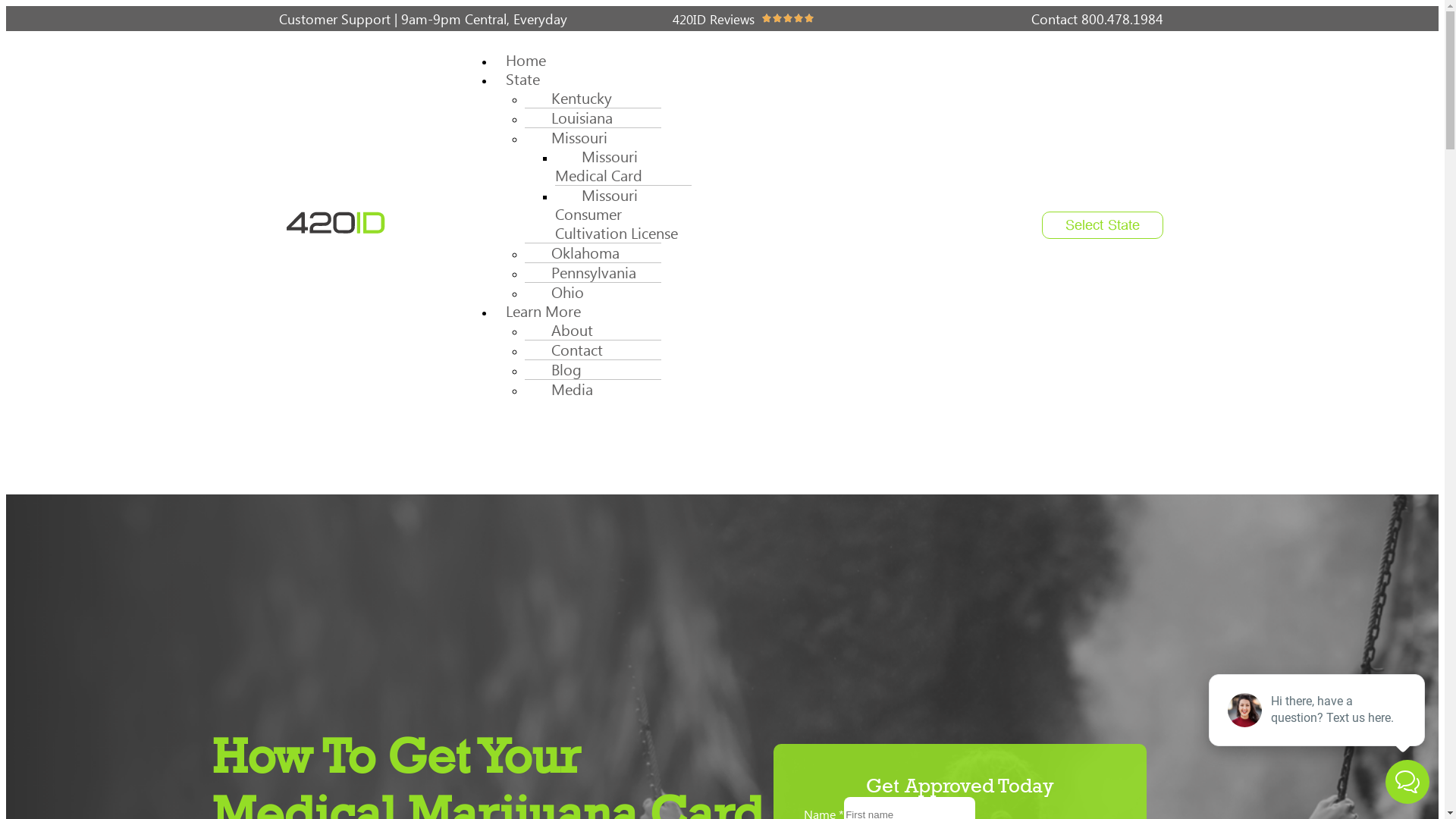  Describe the element at coordinates (603, 166) in the screenshot. I see `'Missouri Medical Card'` at that location.